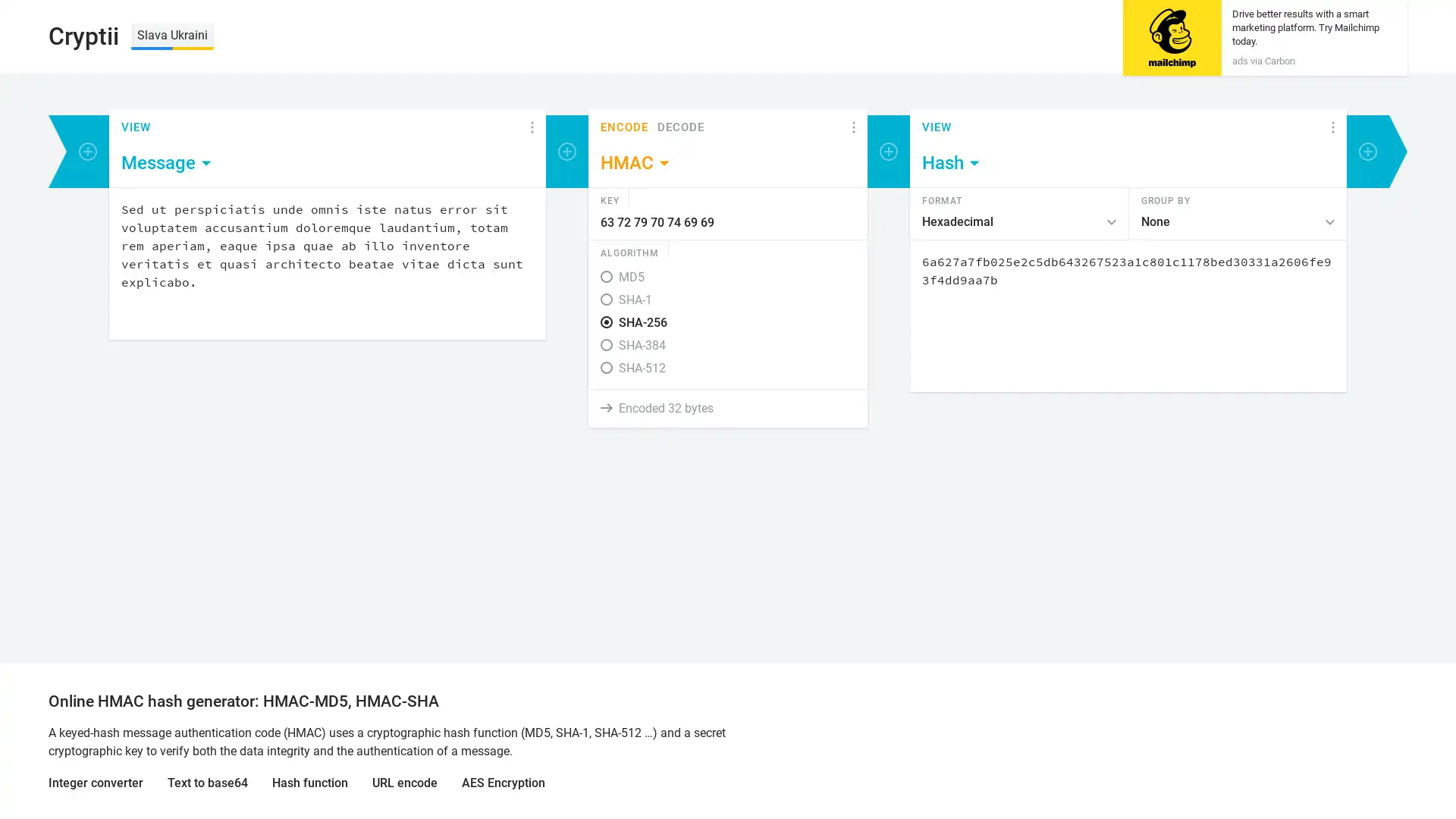  What do you see at coordinates (167, 163) in the screenshot?
I see `Message` at bounding box center [167, 163].